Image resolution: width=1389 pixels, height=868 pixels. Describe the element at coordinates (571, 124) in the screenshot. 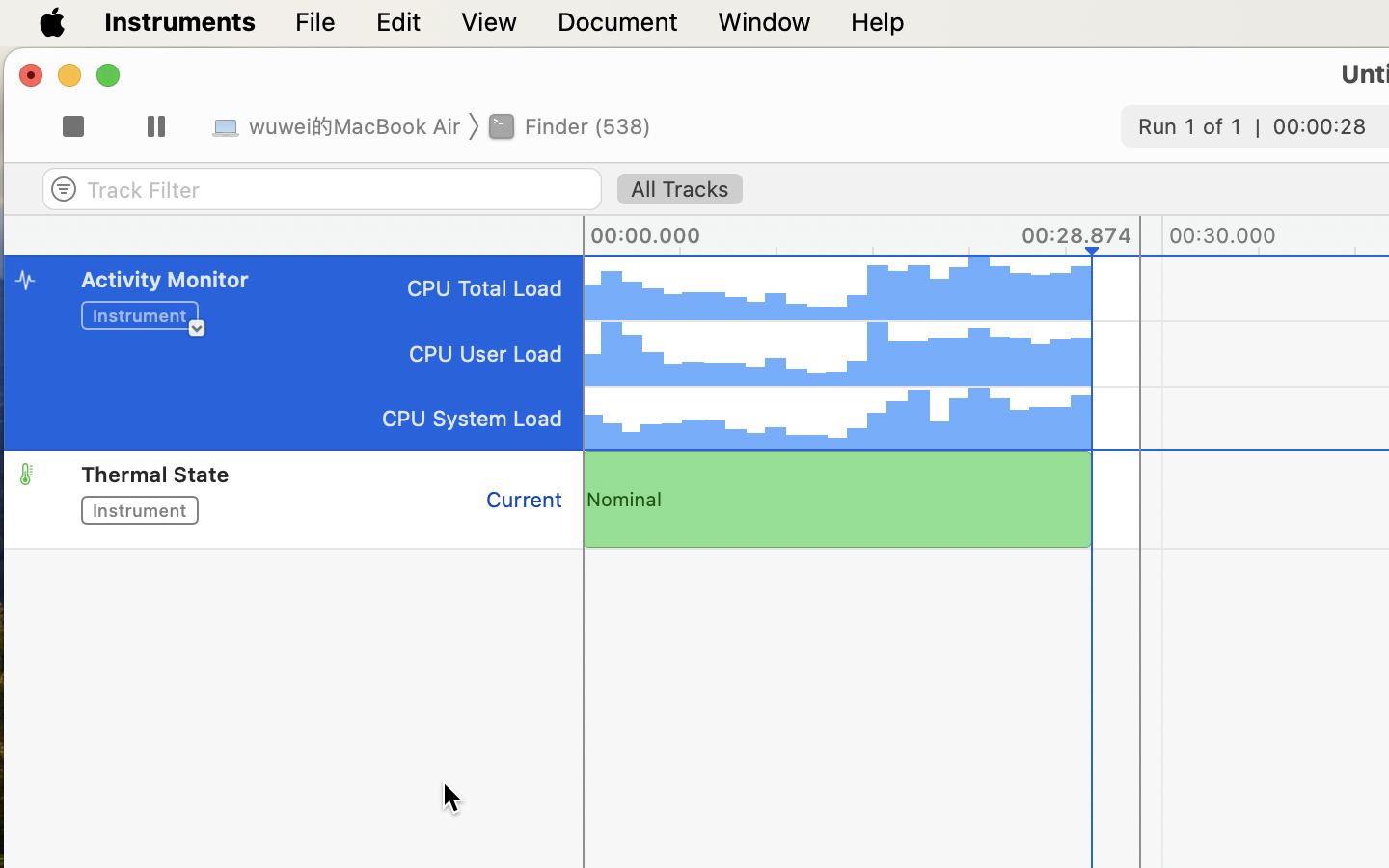

I see `'Finder (538)'` at that location.